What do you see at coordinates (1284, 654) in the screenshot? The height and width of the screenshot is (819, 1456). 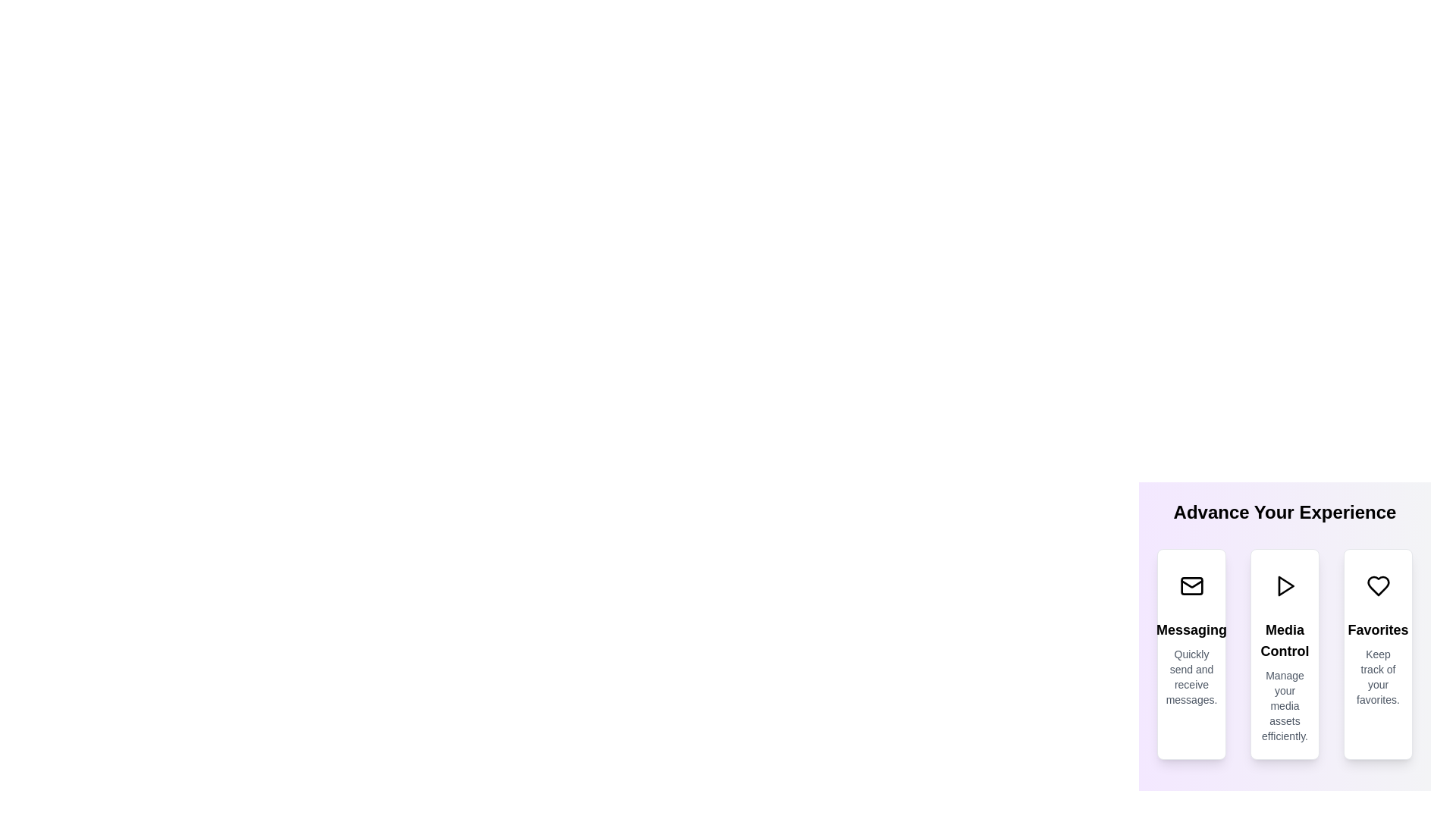 I see `the central card component in the grid layout that provides details about media management functionality` at bounding box center [1284, 654].